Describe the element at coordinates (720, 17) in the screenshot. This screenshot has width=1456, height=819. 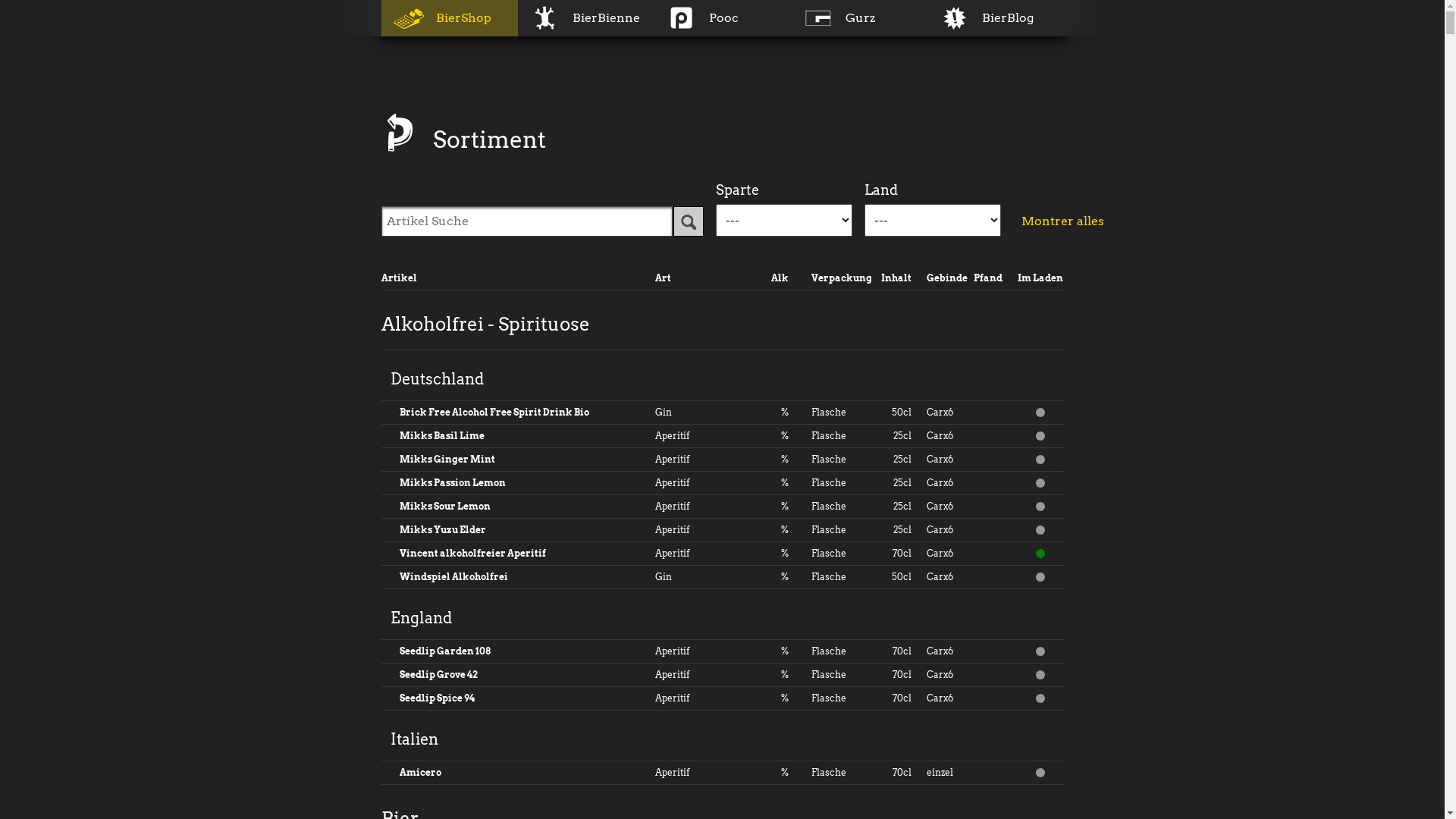
I see `'Pooc'` at that location.